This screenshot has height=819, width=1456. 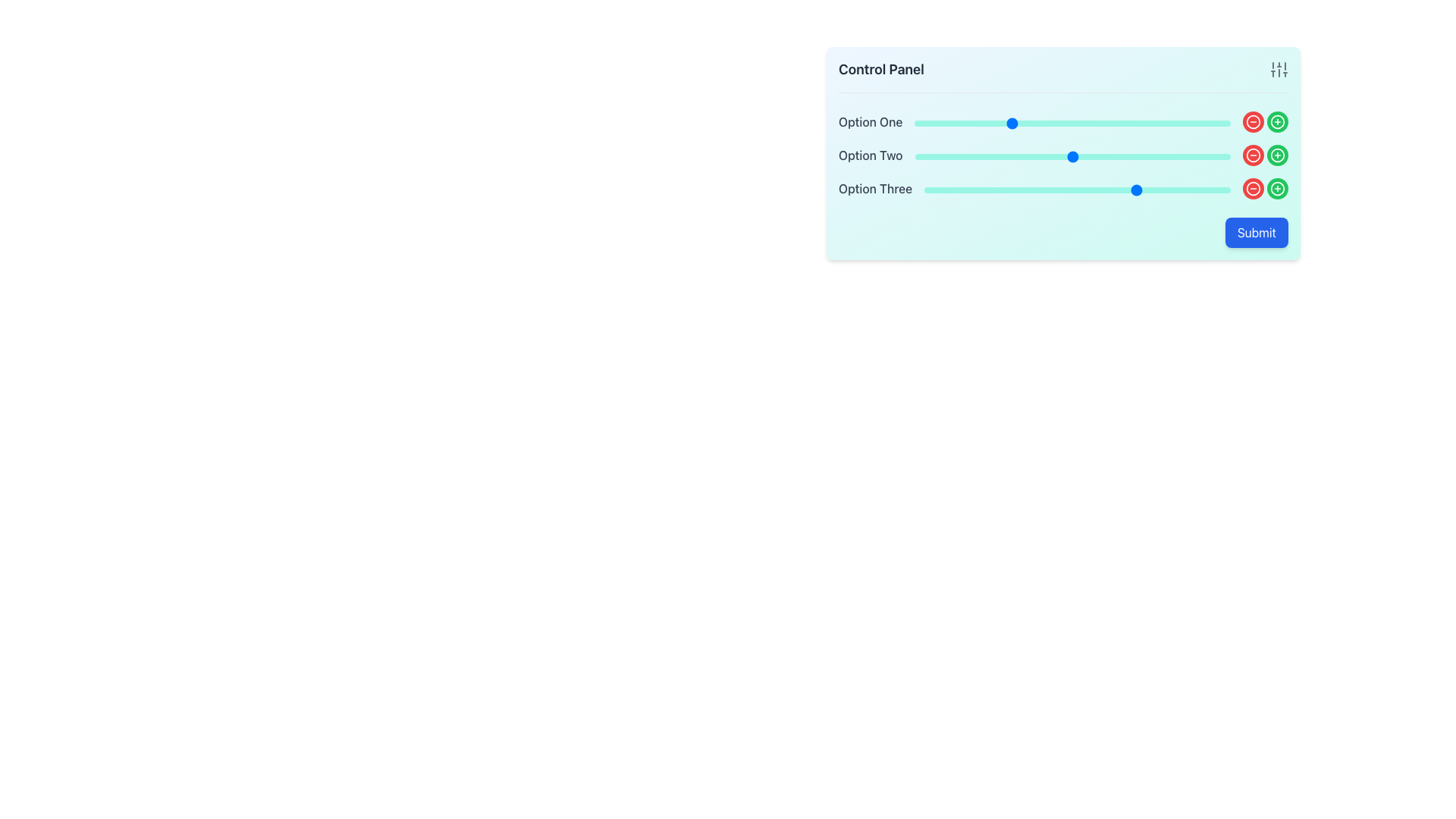 What do you see at coordinates (1098, 122) in the screenshot?
I see `the slider` at bounding box center [1098, 122].